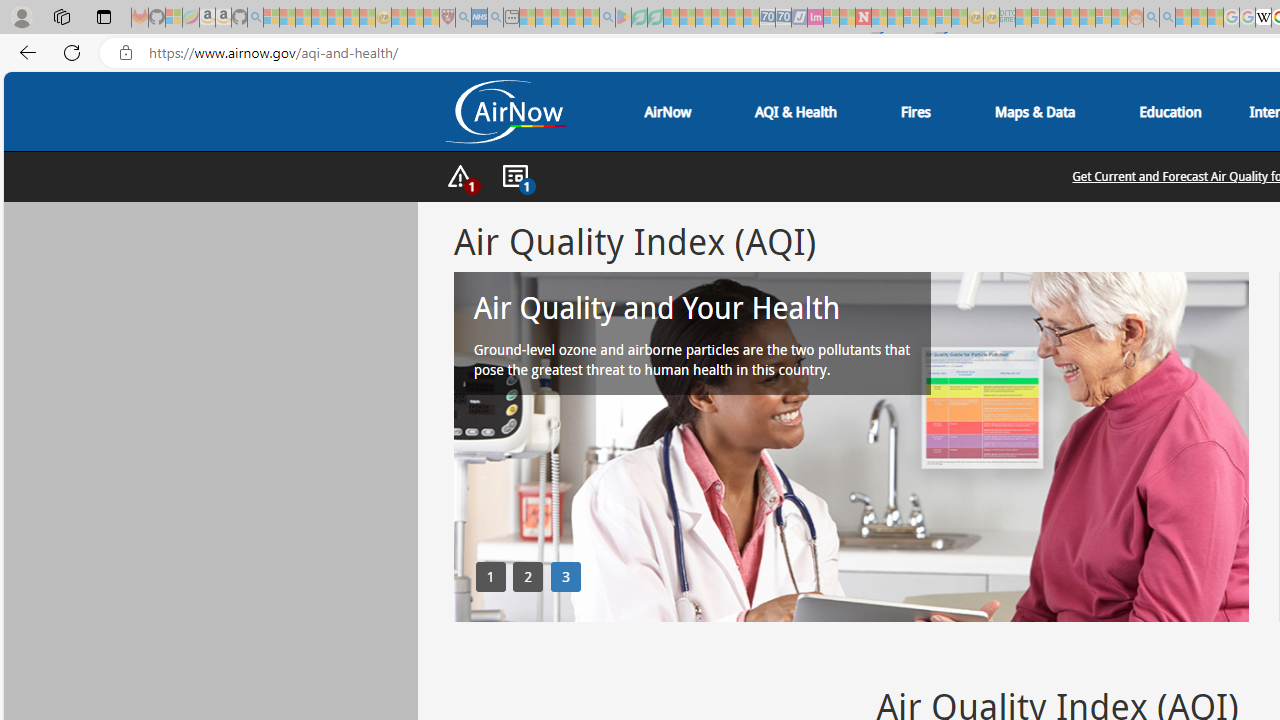 This screenshot has height=720, width=1280. Describe the element at coordinates (622, 17) in the screenshot. I see `'Bluey: Let'` at that location.